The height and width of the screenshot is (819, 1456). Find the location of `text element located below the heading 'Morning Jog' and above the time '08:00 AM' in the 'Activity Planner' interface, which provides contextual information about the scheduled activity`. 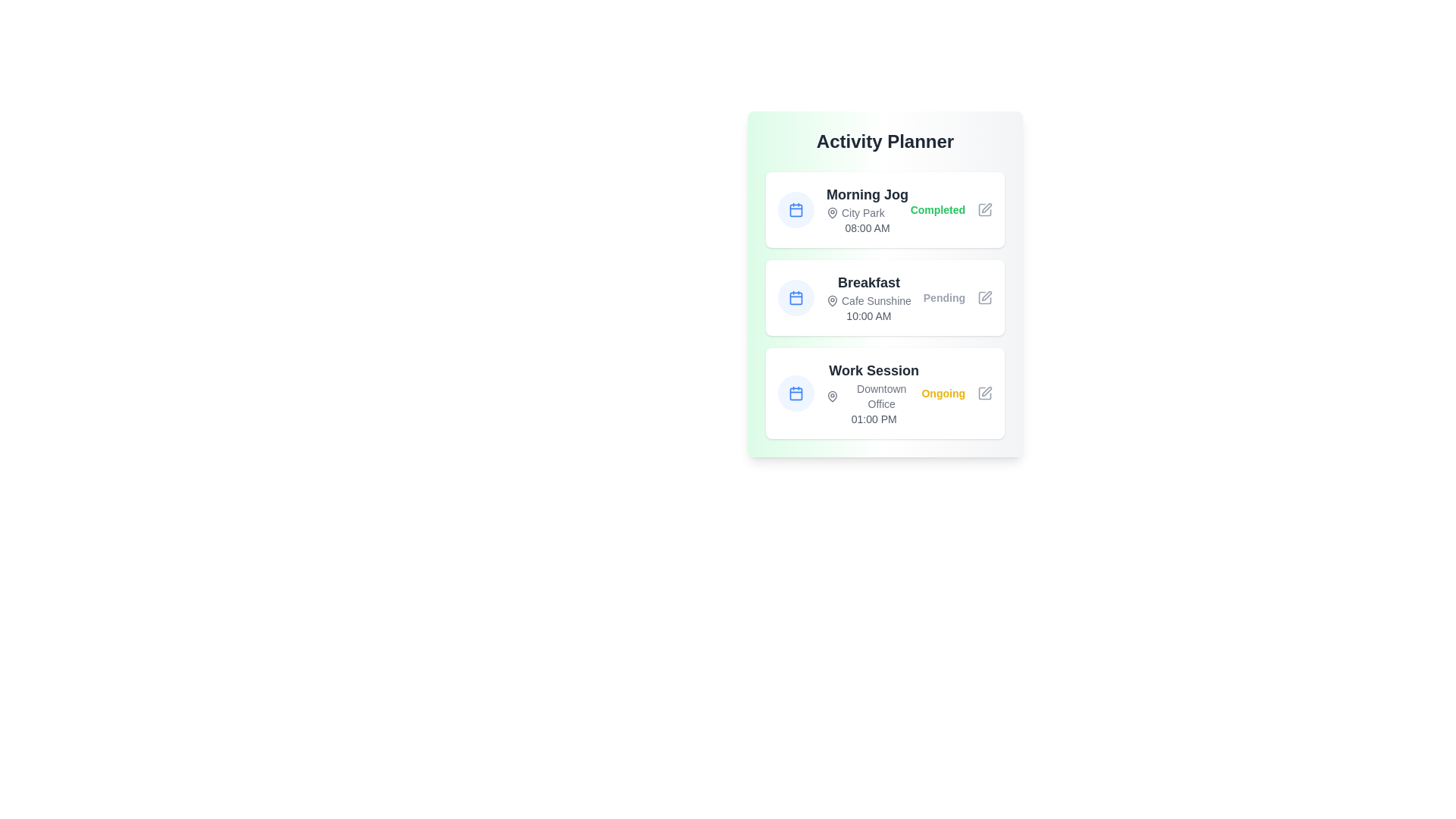

text element located below the heading 'Morning Jog' and above the time '08:00 AM' in the 'Activity Planner' interface, which provides contextual information about the scheduled activity is located at coordinates (867, 213).